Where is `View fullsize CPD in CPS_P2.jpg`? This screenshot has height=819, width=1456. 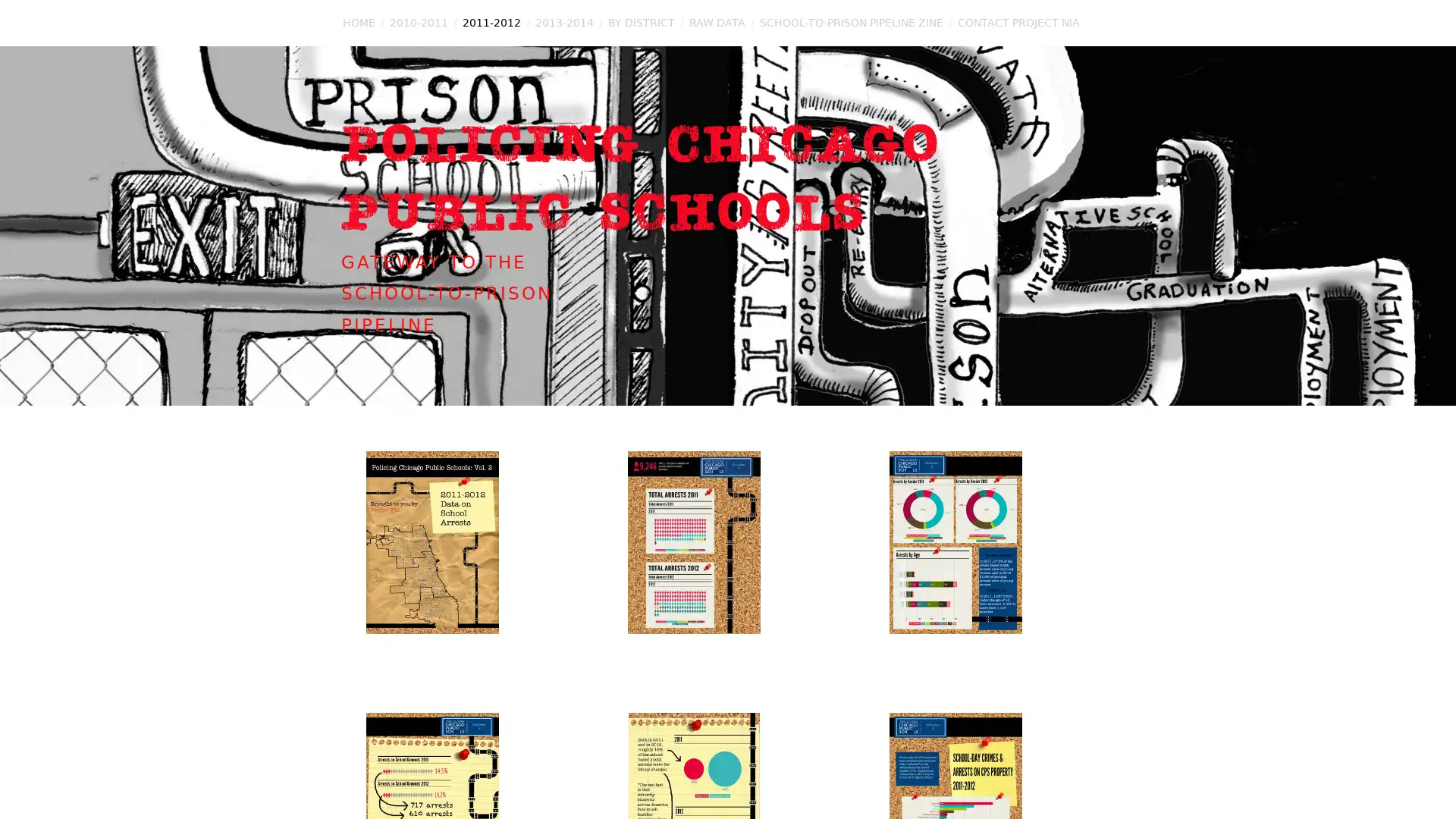
View fullsize CPD in CPS_P2.jpg is located at coordinates (728, 576).